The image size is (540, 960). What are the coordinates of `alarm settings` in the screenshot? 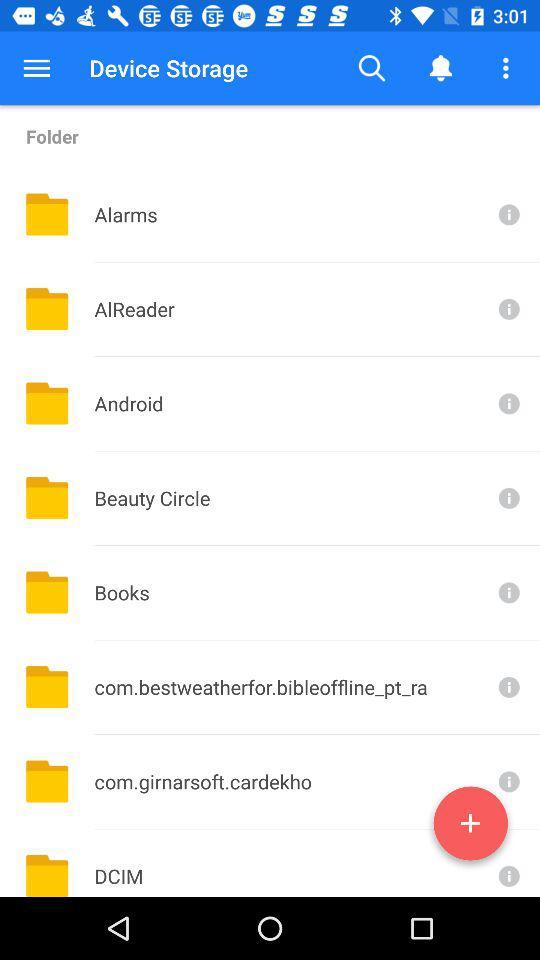 It's located at (507, 214).